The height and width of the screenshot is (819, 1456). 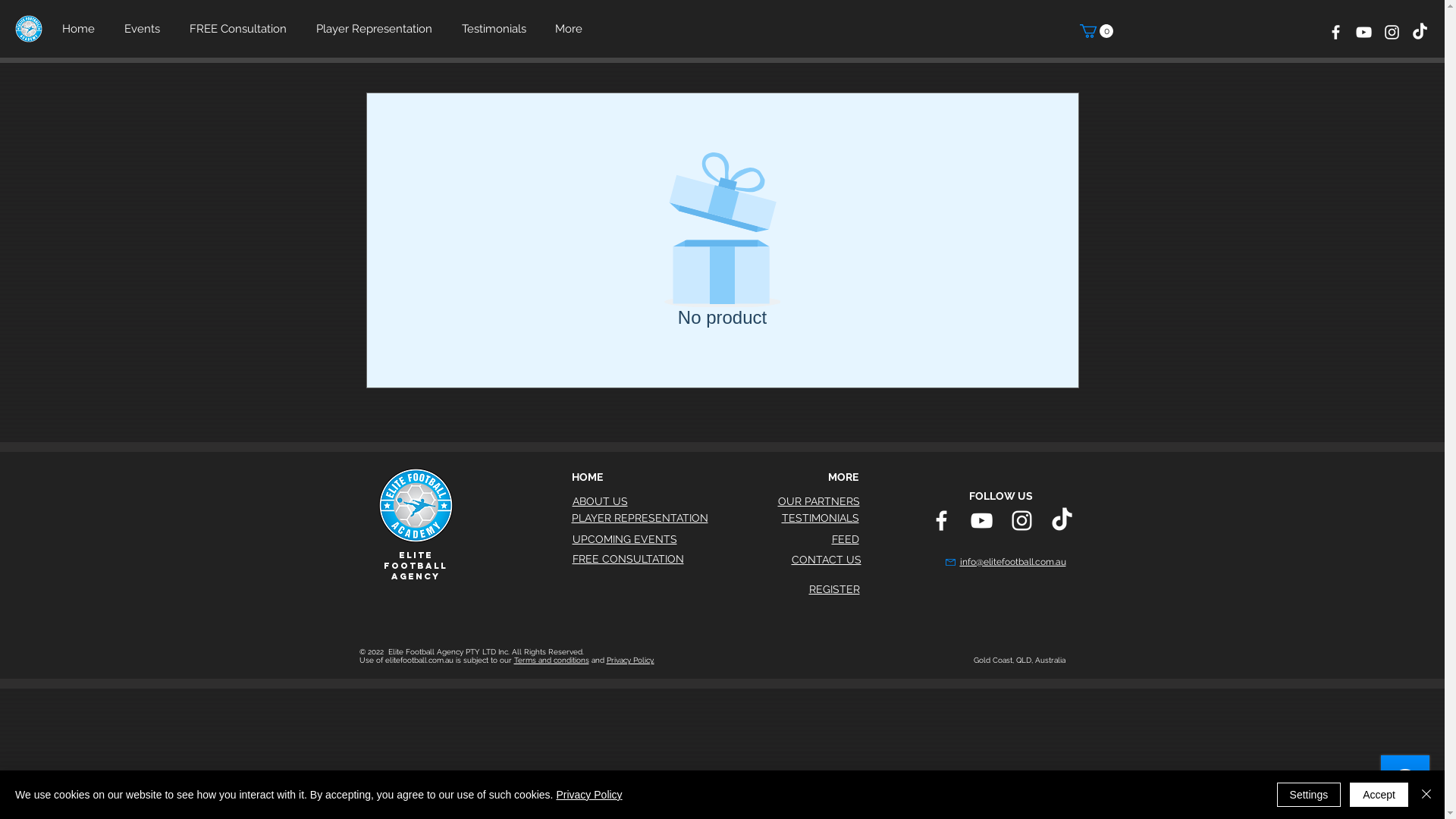 I want to click on 'FEED', so click(x=843, y=538).